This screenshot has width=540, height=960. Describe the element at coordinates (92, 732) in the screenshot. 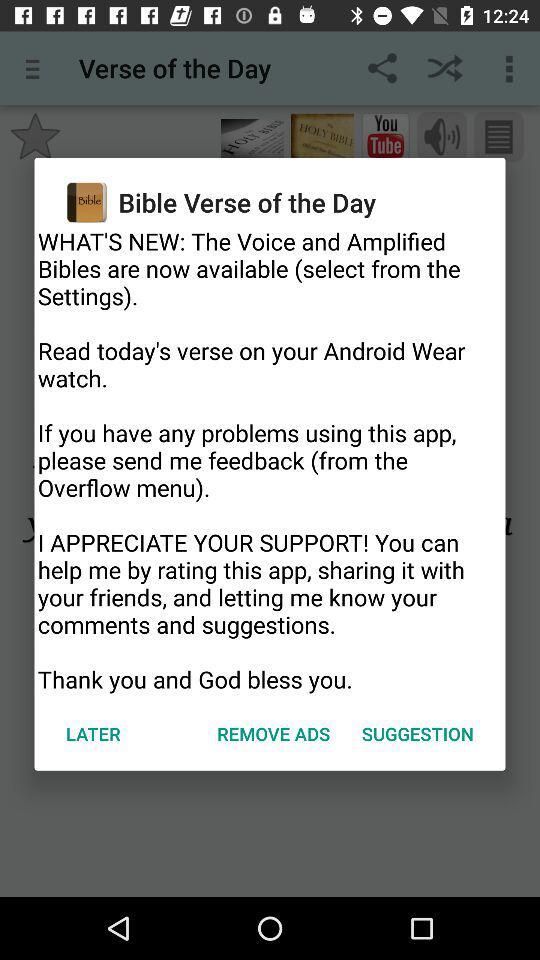

I see `the icon to the left of remove ads icon` at that location.